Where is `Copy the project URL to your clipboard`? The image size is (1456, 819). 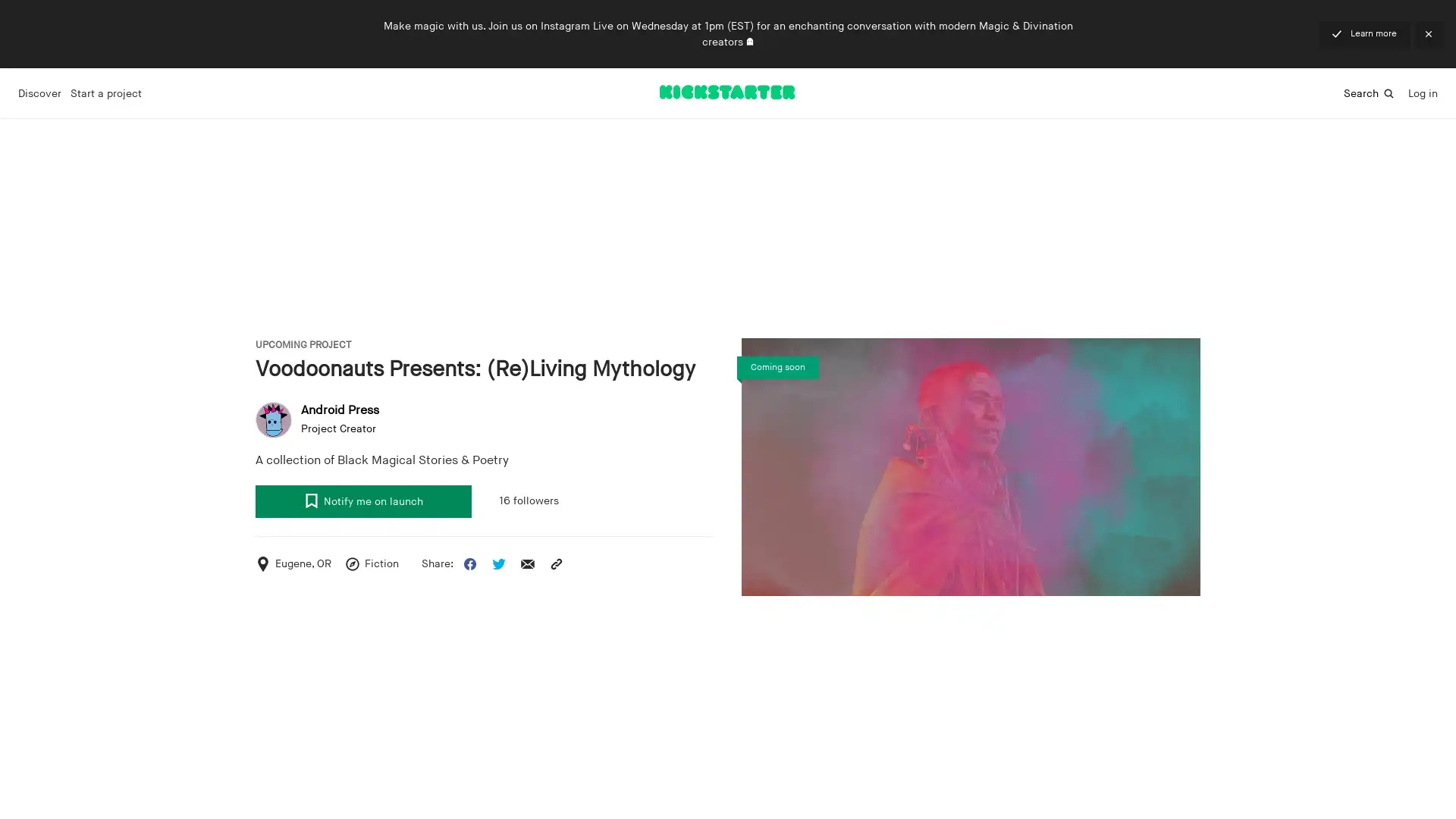
Copy the project URL to your clipboard is located at coordinates (556, 563).